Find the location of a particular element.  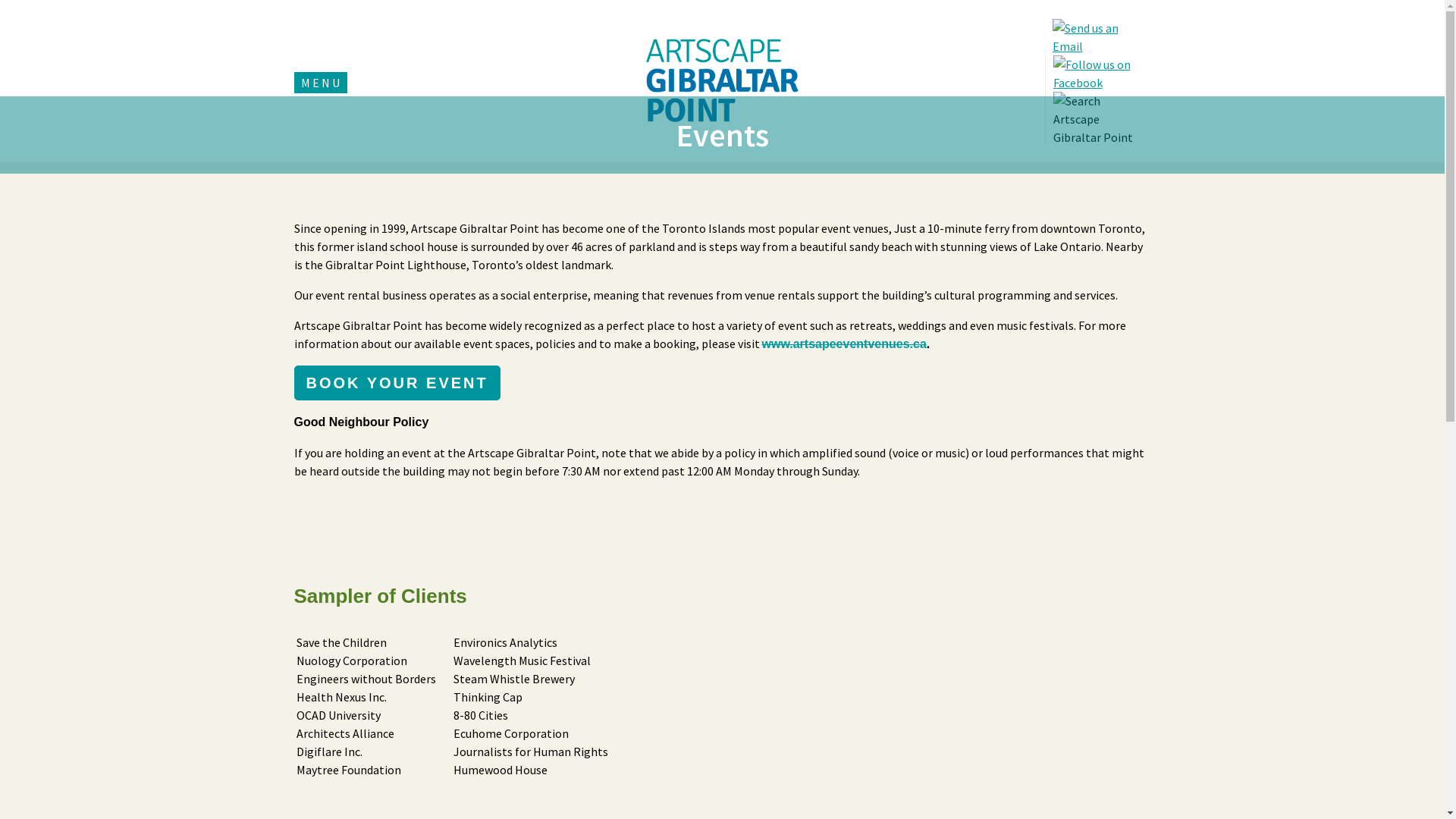

'www.artsapeeventvenues.ca' is located at coordinates (843, 344).